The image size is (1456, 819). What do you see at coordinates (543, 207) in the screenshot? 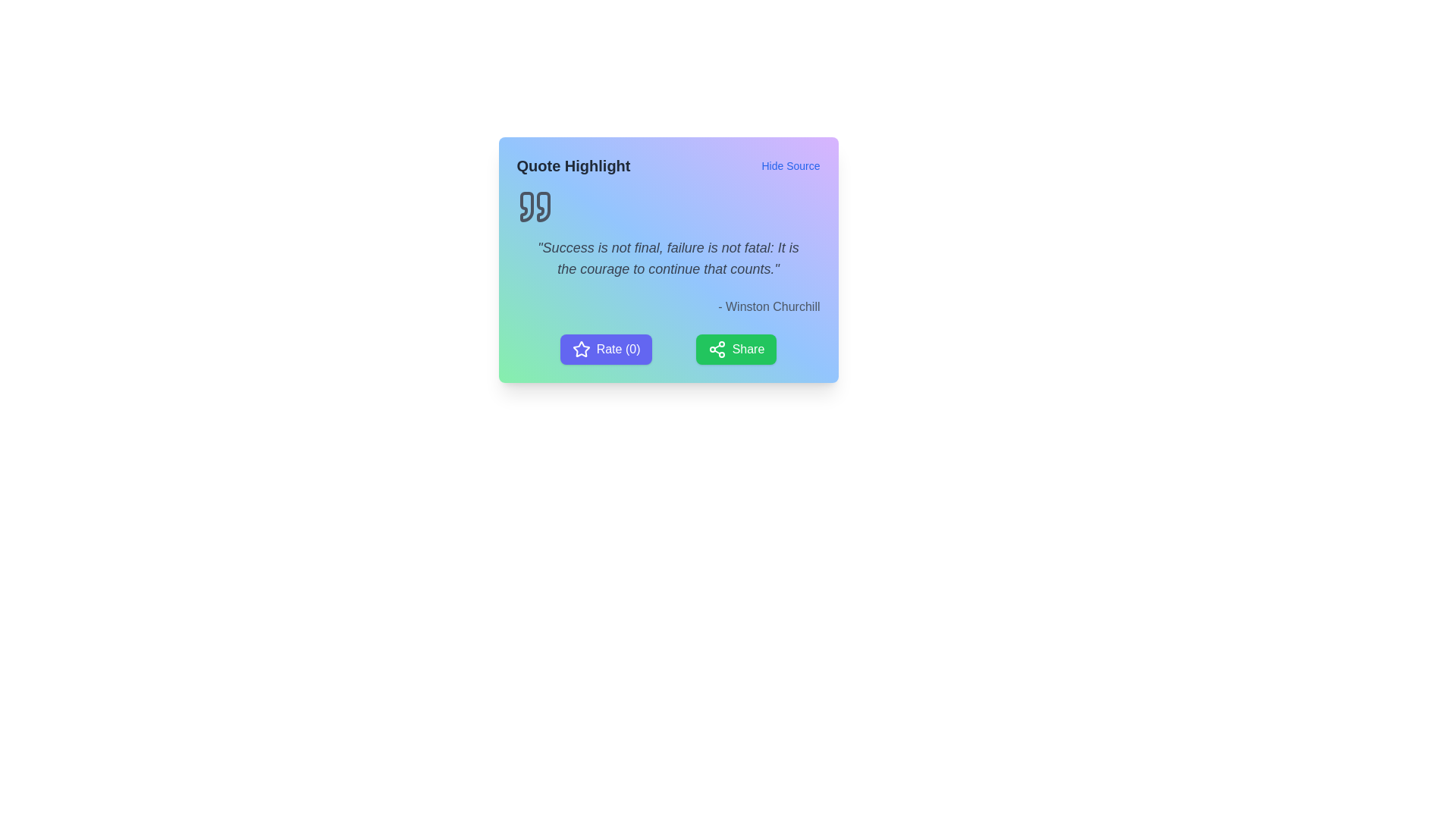
I see `the graphical icon that represents quoted text within the 'Quote Highlight' card, positioned to the right of the quotation mark icon` at bounding box center [543, 207].